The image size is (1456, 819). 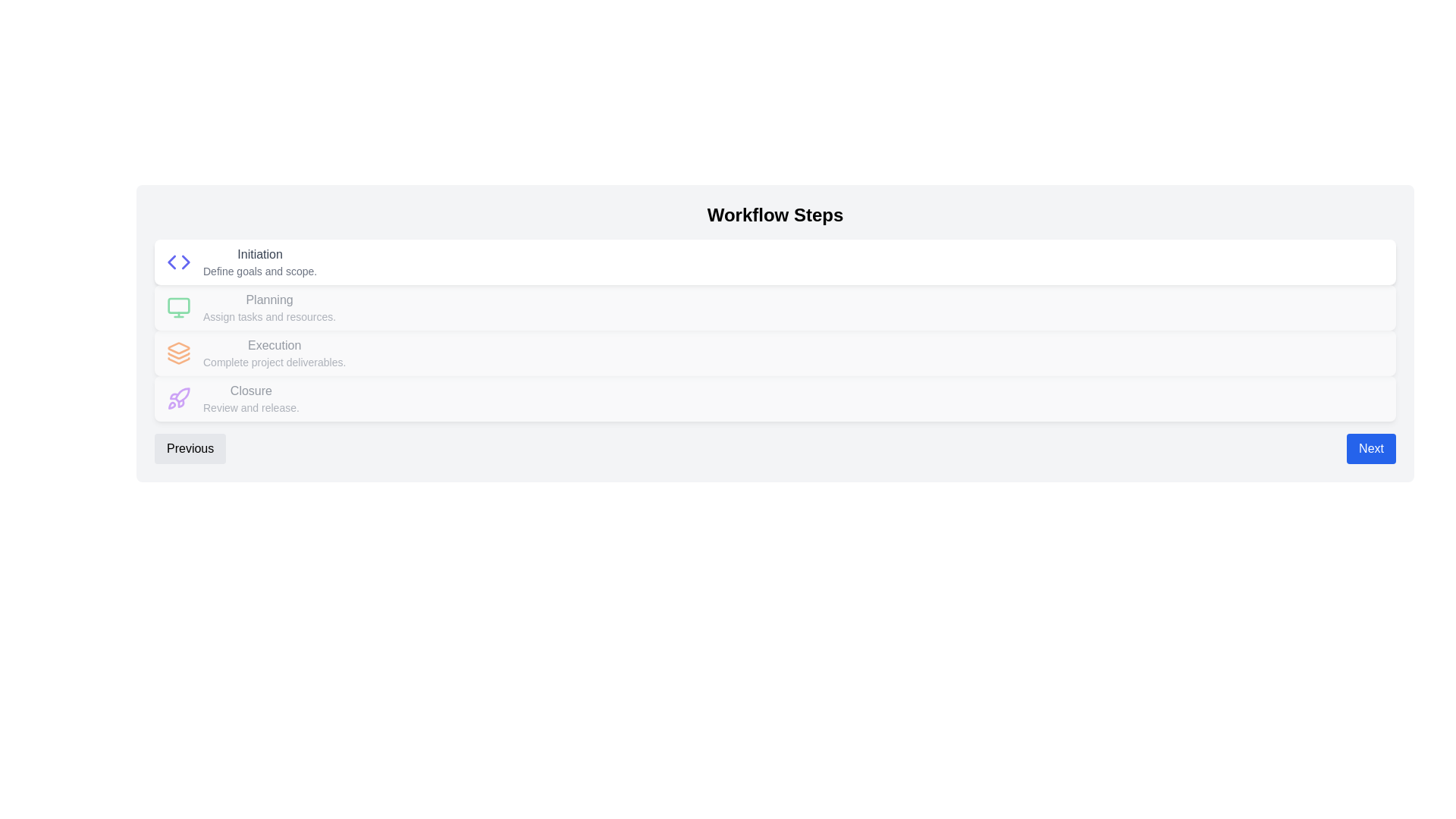 What do you see at coordinates (269, 300) in the screenshot?
I see `the 'Planning' text label, which is the second item in the 'Workflow Steps' section, displayed in medium-weight gray font on a white background` at bounding box center [269, 300].